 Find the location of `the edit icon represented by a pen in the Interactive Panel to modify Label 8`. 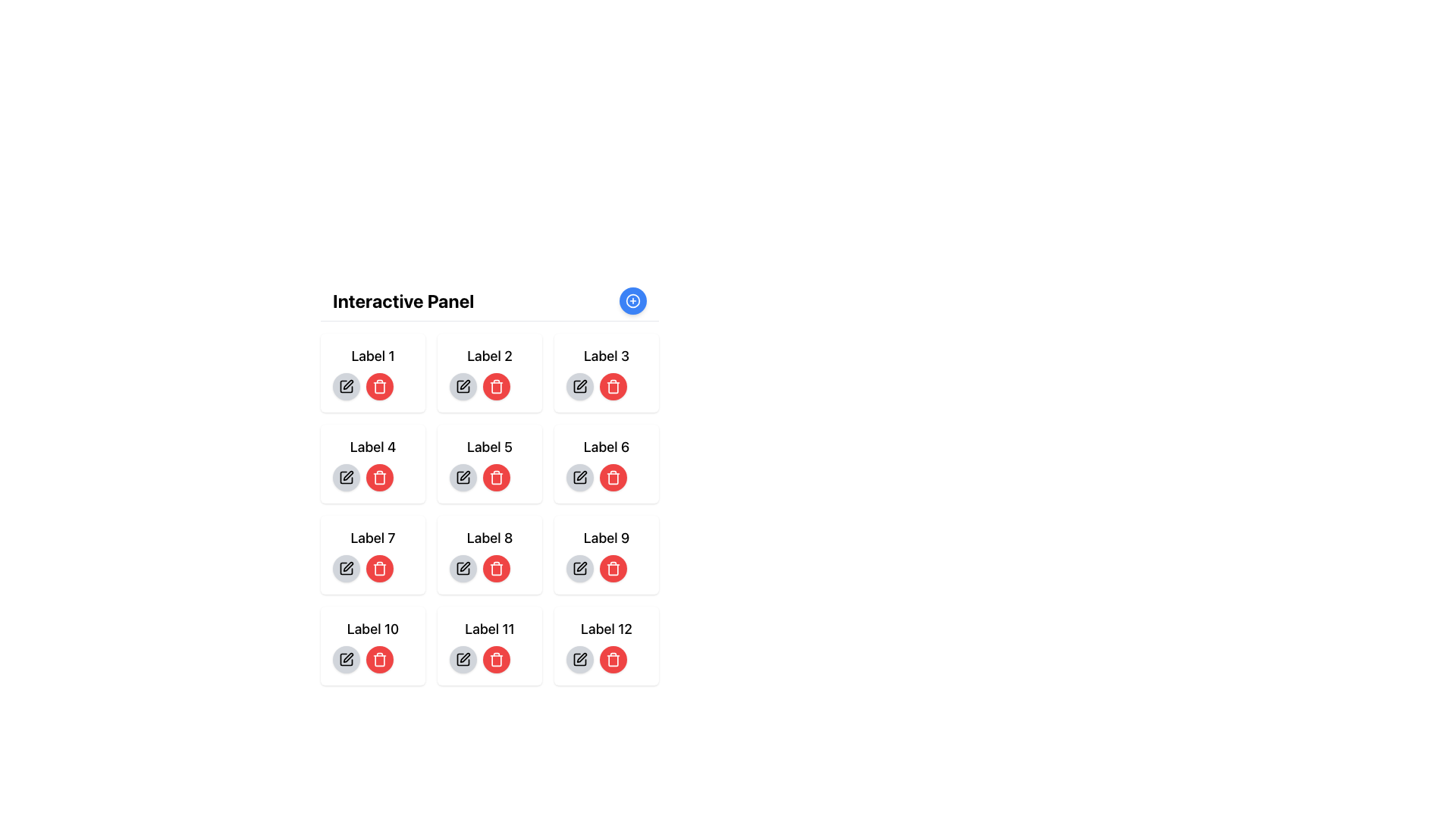

the edit icon represented by a pen in the Interactive Panel to modify Label 8 is located at coordinates (464, 566).